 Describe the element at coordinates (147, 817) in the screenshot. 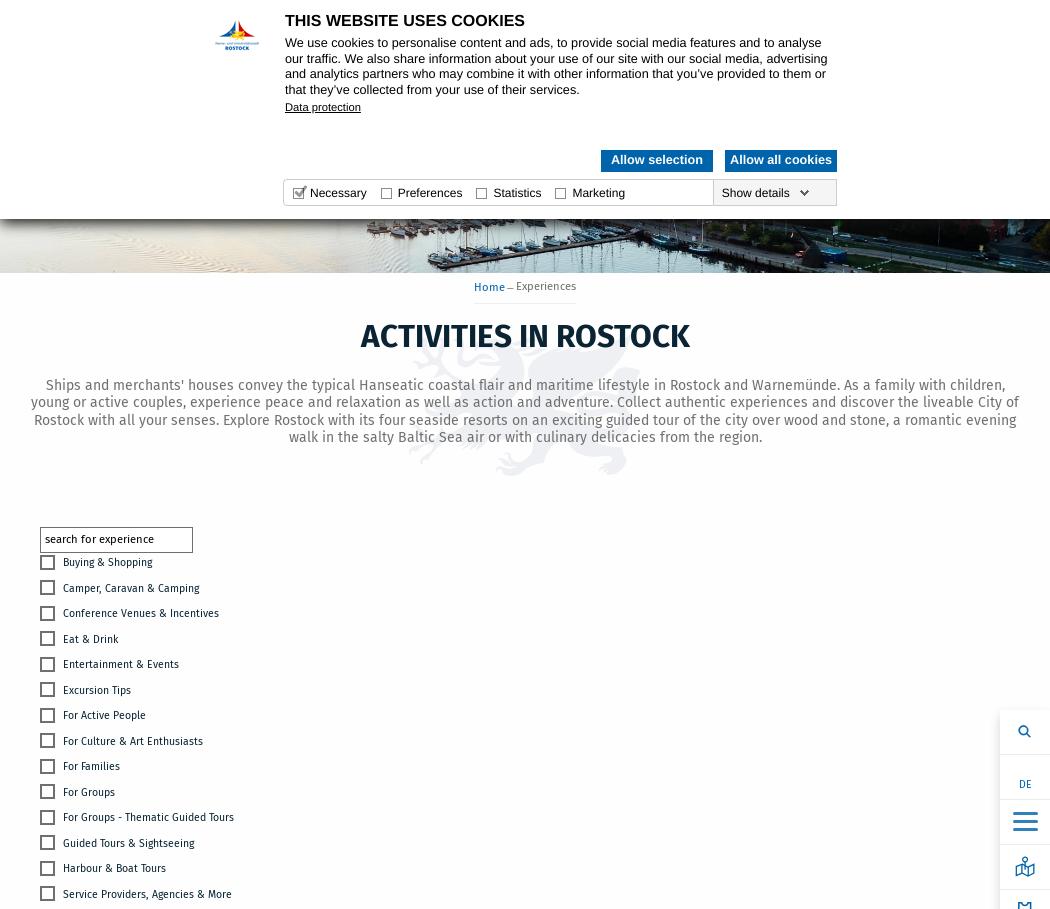

I see `'For Groups - Thematic Guided Tours'` at that location.